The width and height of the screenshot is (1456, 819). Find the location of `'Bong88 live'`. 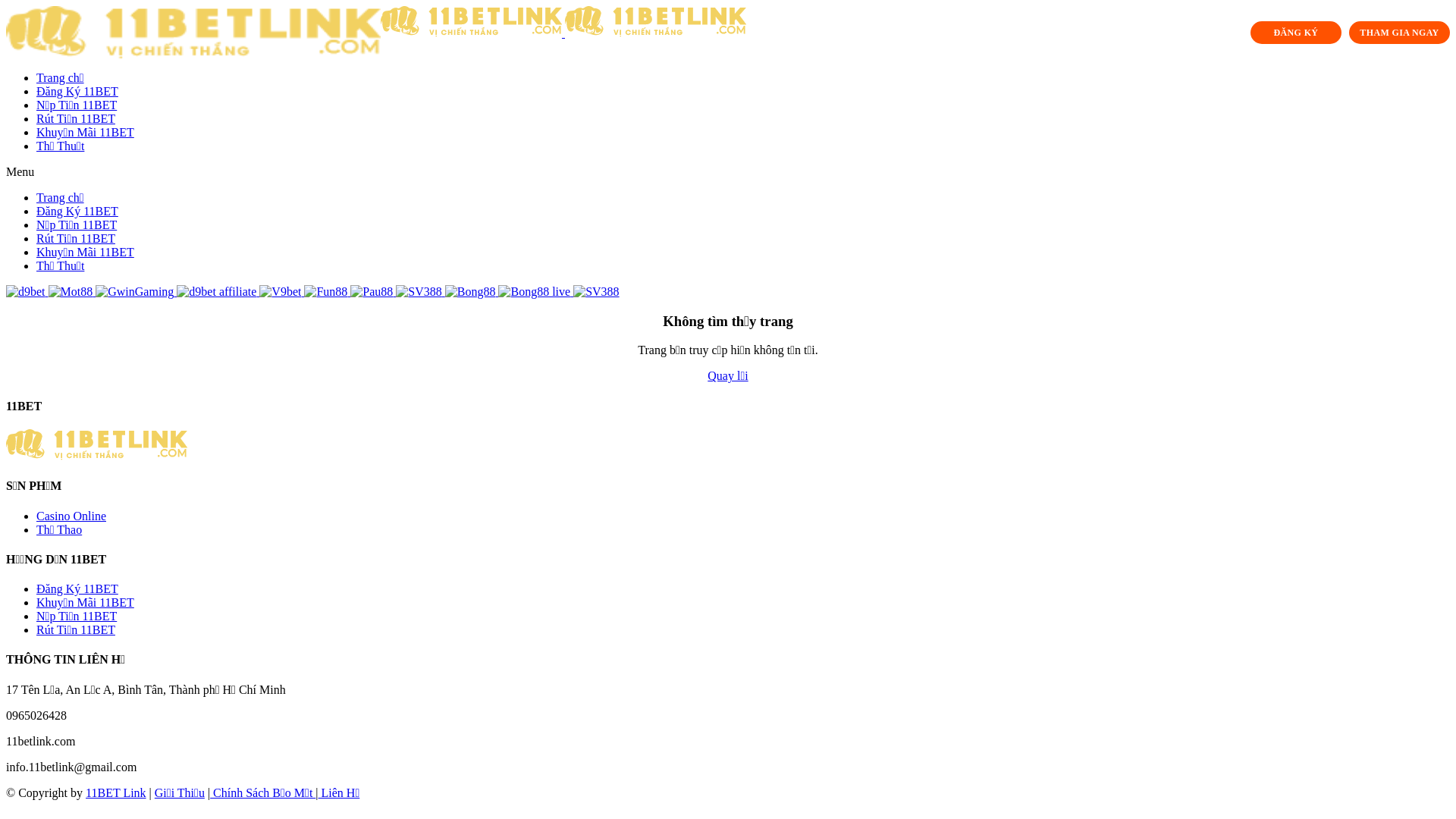

'Bong88 live' is located at coordinates (535, 291).